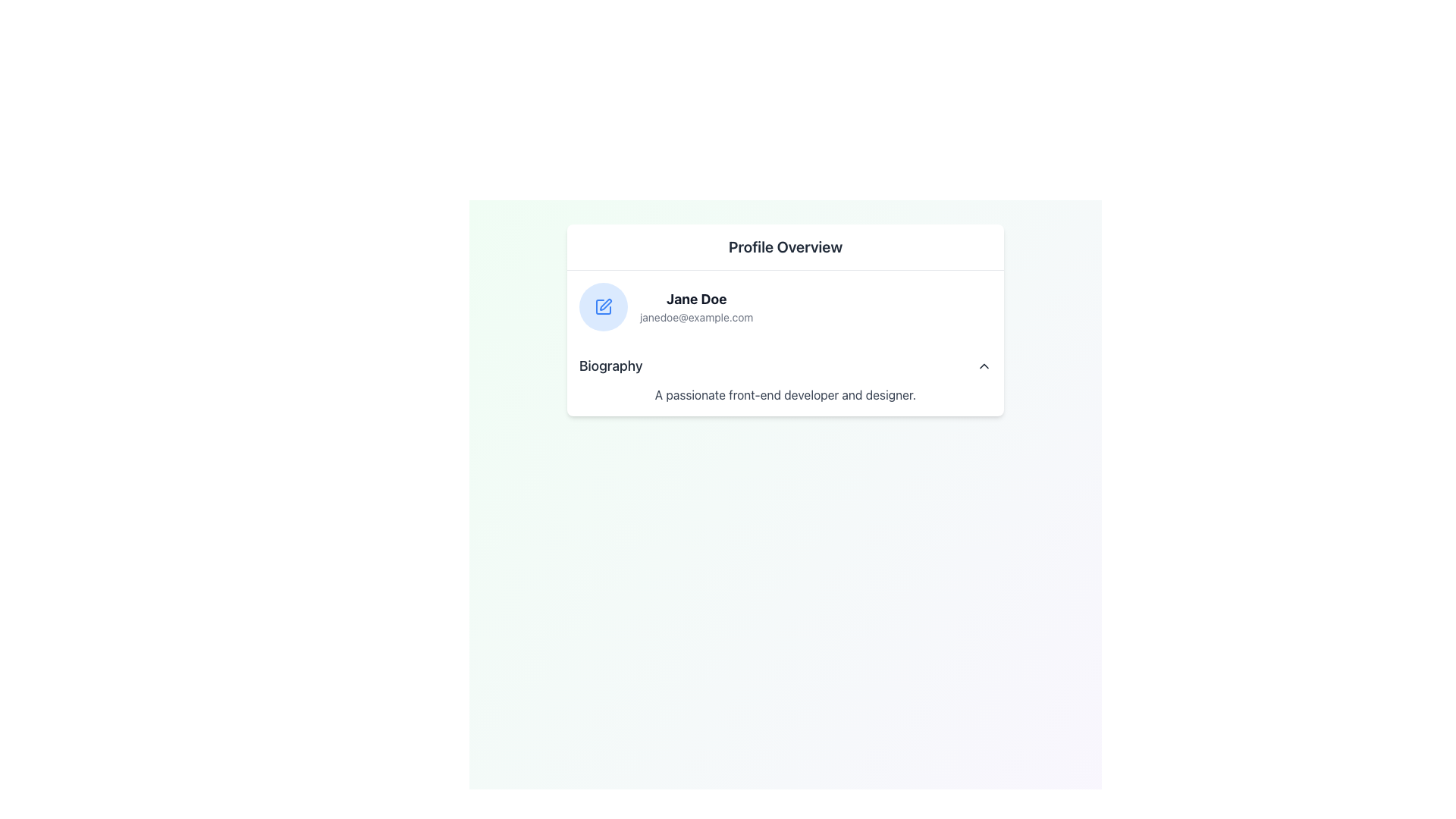 Image resolution: width=1456 pixels, height=819 pixels. I want to click on the edit icon located next to the user's name and email in the profile overview card, so click(604, 304).